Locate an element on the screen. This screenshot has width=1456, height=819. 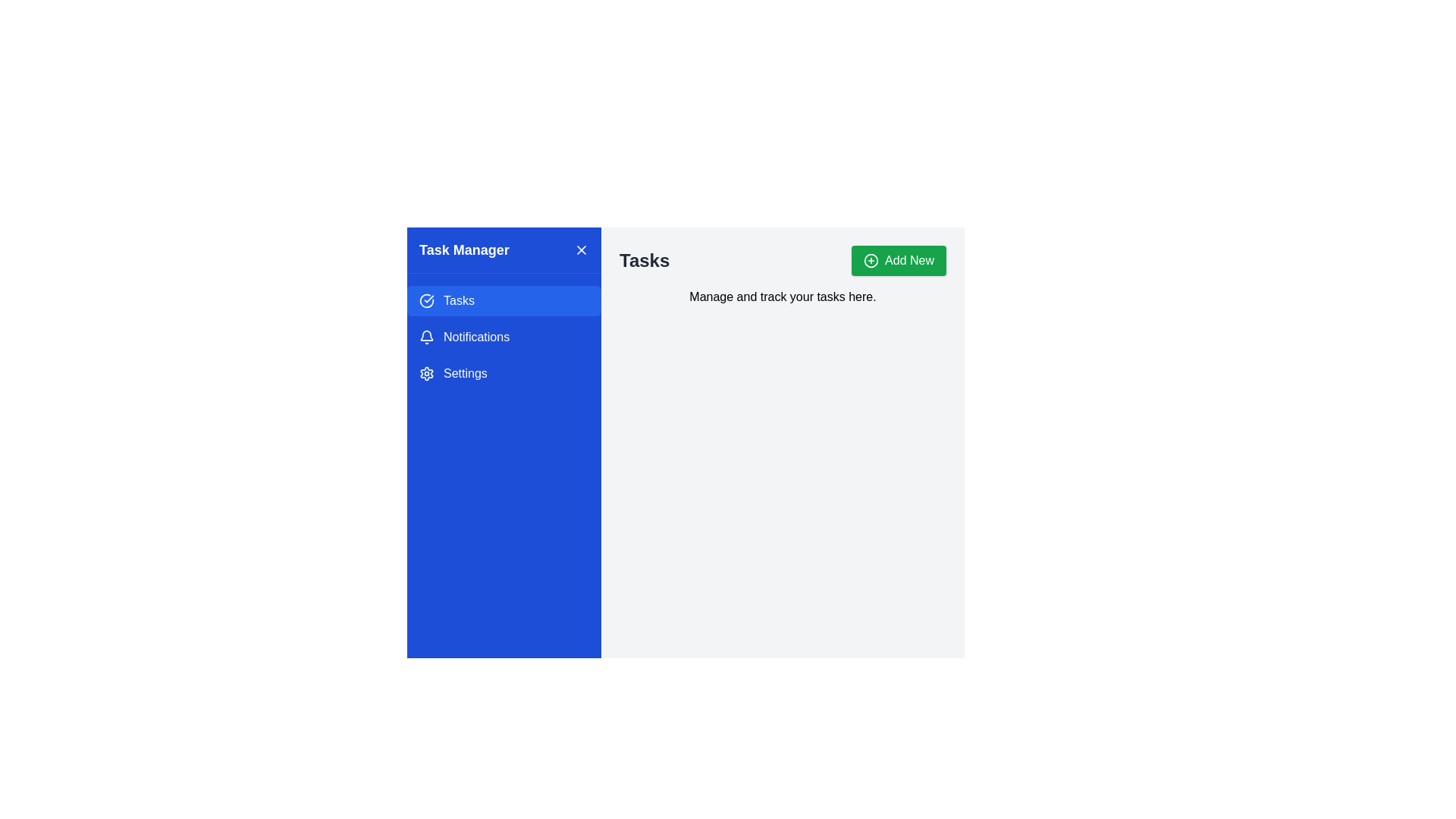
the 'Task Manager' title in the Navigation header bar is located at coordinates (504, 249).